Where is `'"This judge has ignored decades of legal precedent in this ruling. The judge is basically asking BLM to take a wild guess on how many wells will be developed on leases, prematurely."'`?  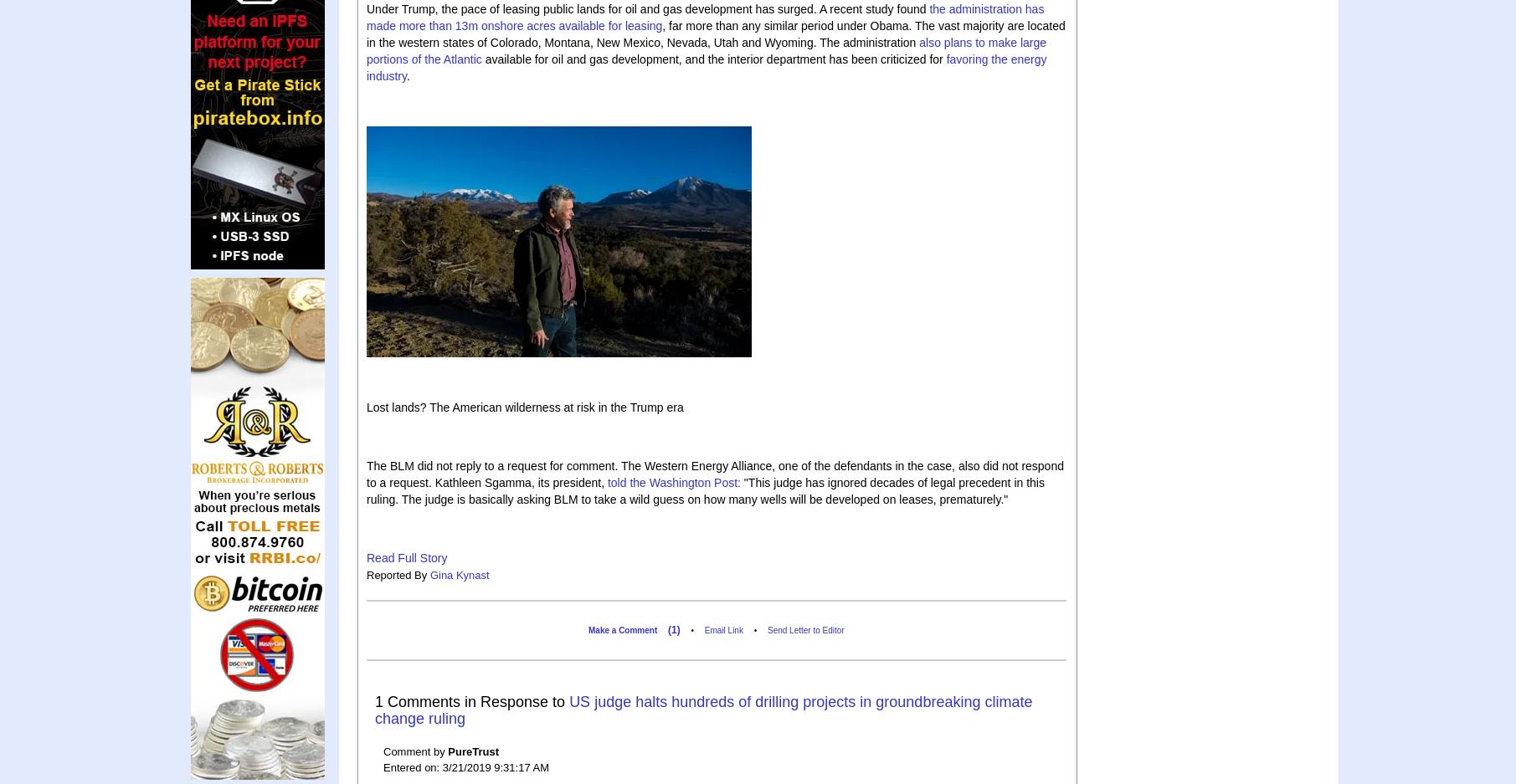
'"This judge has ignored decades of legal precedent in this ruling. The judge is basically asking BLM to take a wild guess on how many wells will be developed on leases, prematurely."' is located at coordinates (705, 489).